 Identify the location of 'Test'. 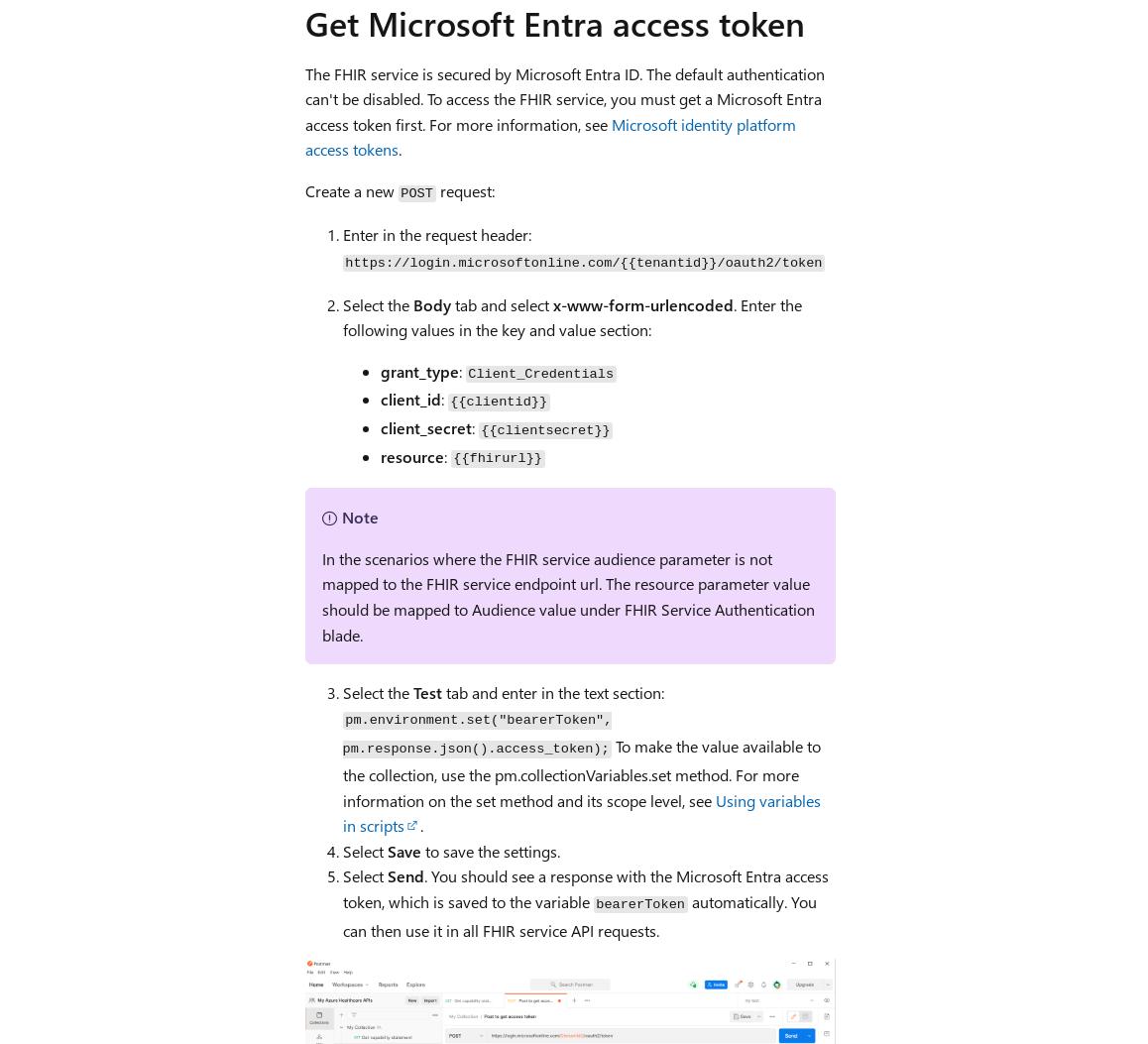
(426, 692).